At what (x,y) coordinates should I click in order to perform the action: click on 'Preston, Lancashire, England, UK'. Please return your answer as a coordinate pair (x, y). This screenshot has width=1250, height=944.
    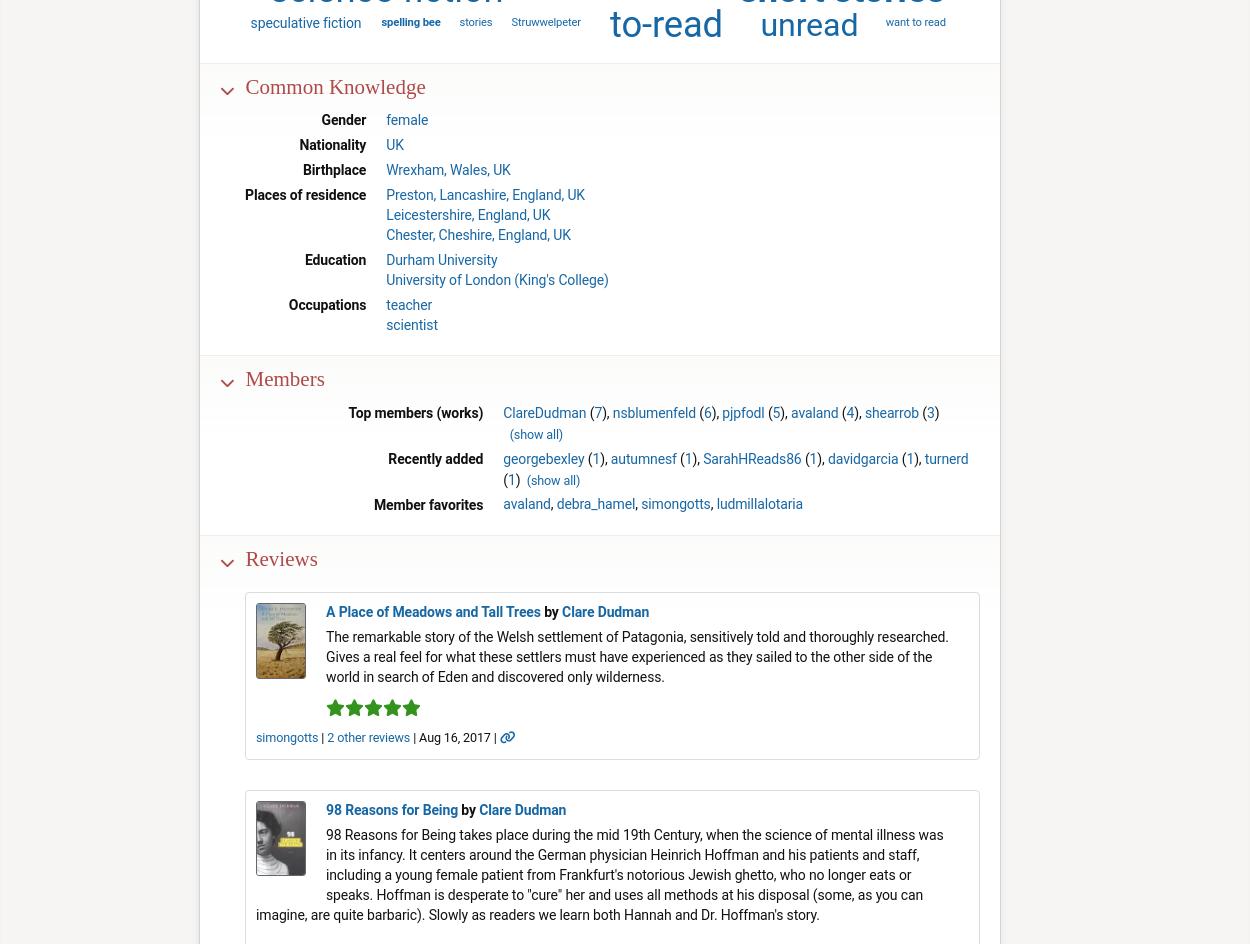
    Looking at the image, I should click on (484, 194).